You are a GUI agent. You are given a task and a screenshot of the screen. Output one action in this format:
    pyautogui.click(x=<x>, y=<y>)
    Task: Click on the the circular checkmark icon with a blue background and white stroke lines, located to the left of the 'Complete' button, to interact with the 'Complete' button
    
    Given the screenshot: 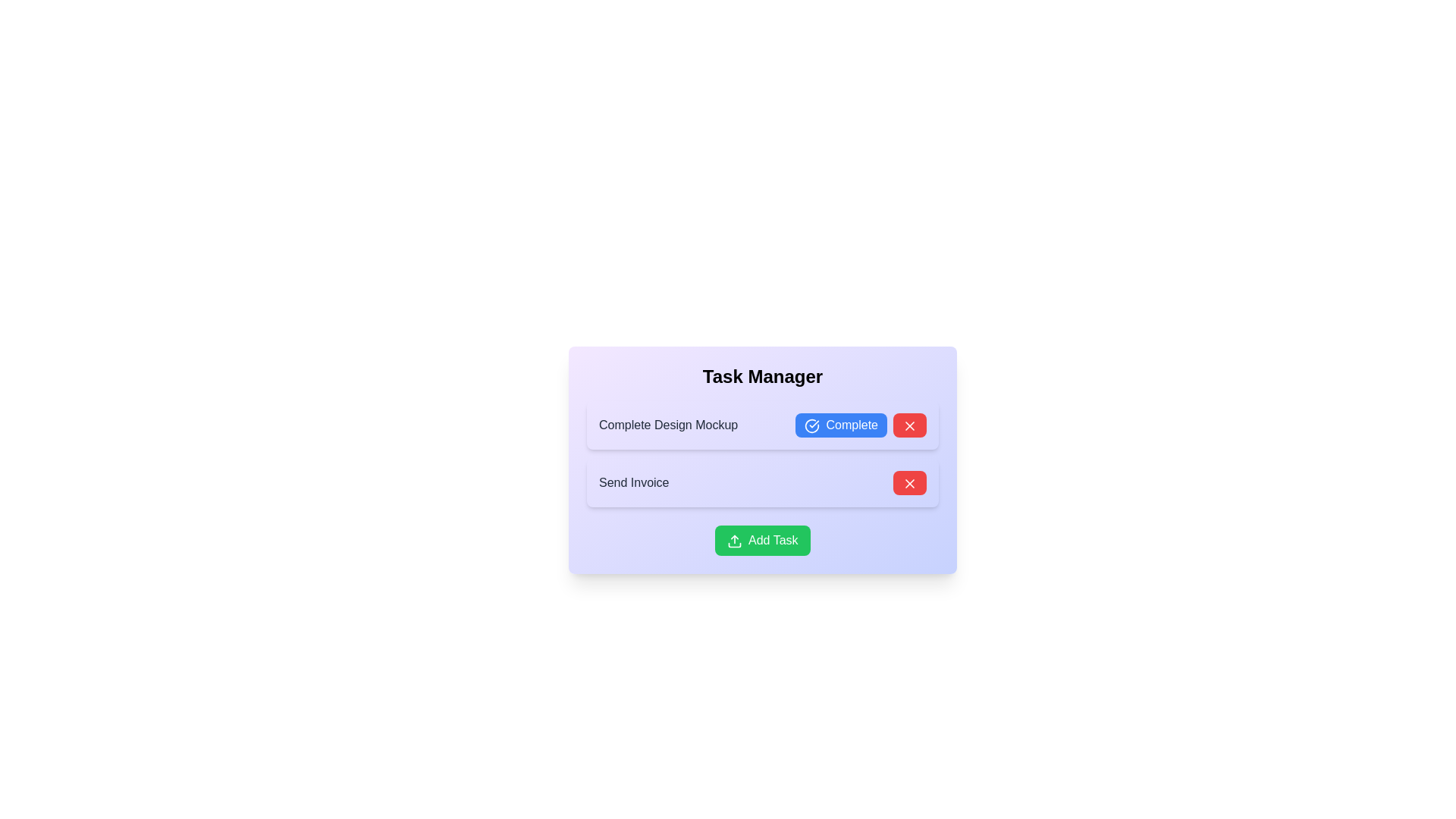 What is the action you would take?
    pyautogui.click(x=811, y=425)
    